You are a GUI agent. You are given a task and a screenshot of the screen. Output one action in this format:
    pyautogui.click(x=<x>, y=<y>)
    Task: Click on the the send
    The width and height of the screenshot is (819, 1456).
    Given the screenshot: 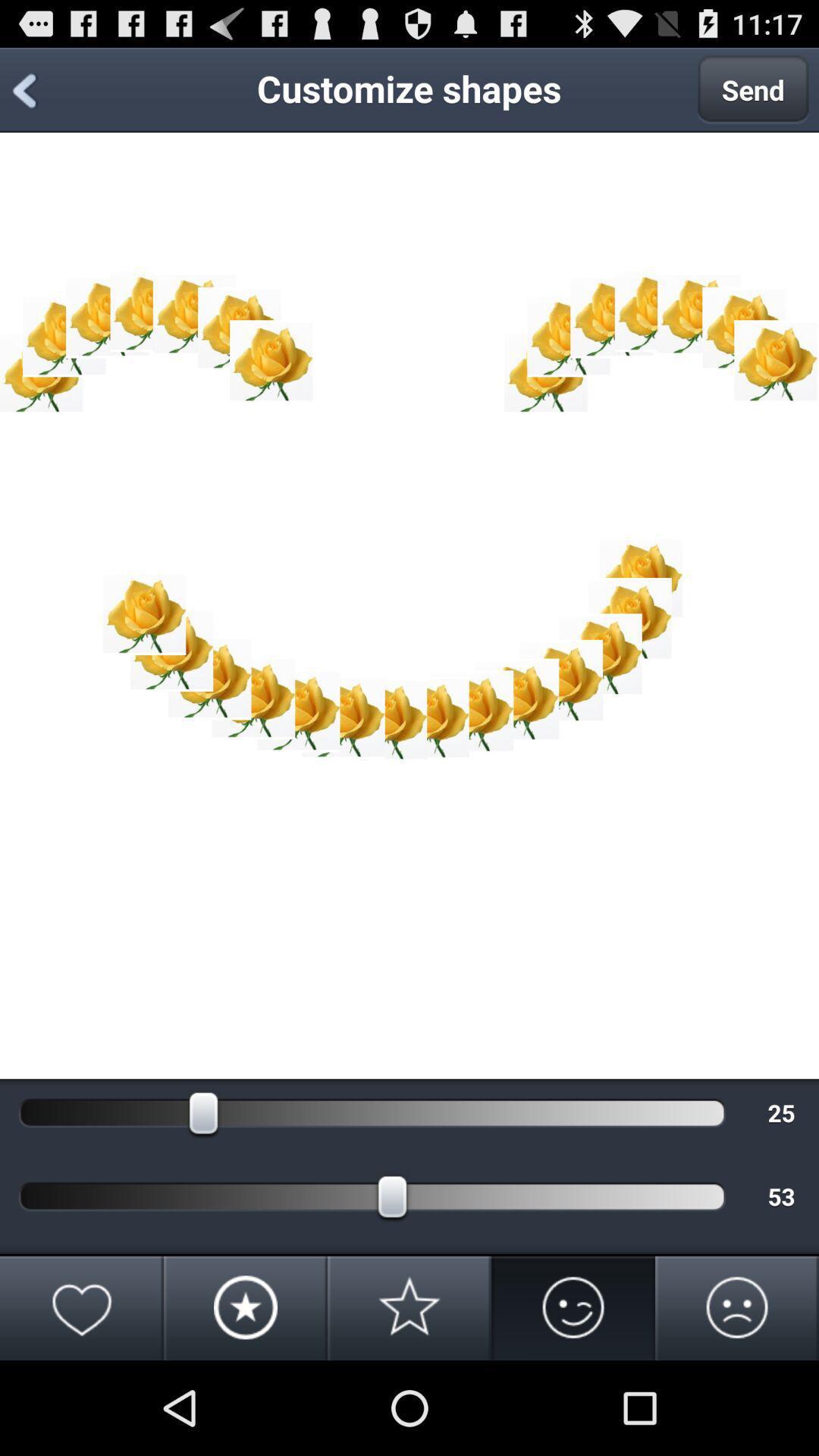 What is the action you would take?
    pyautogui.click(x=753, y=89)
    